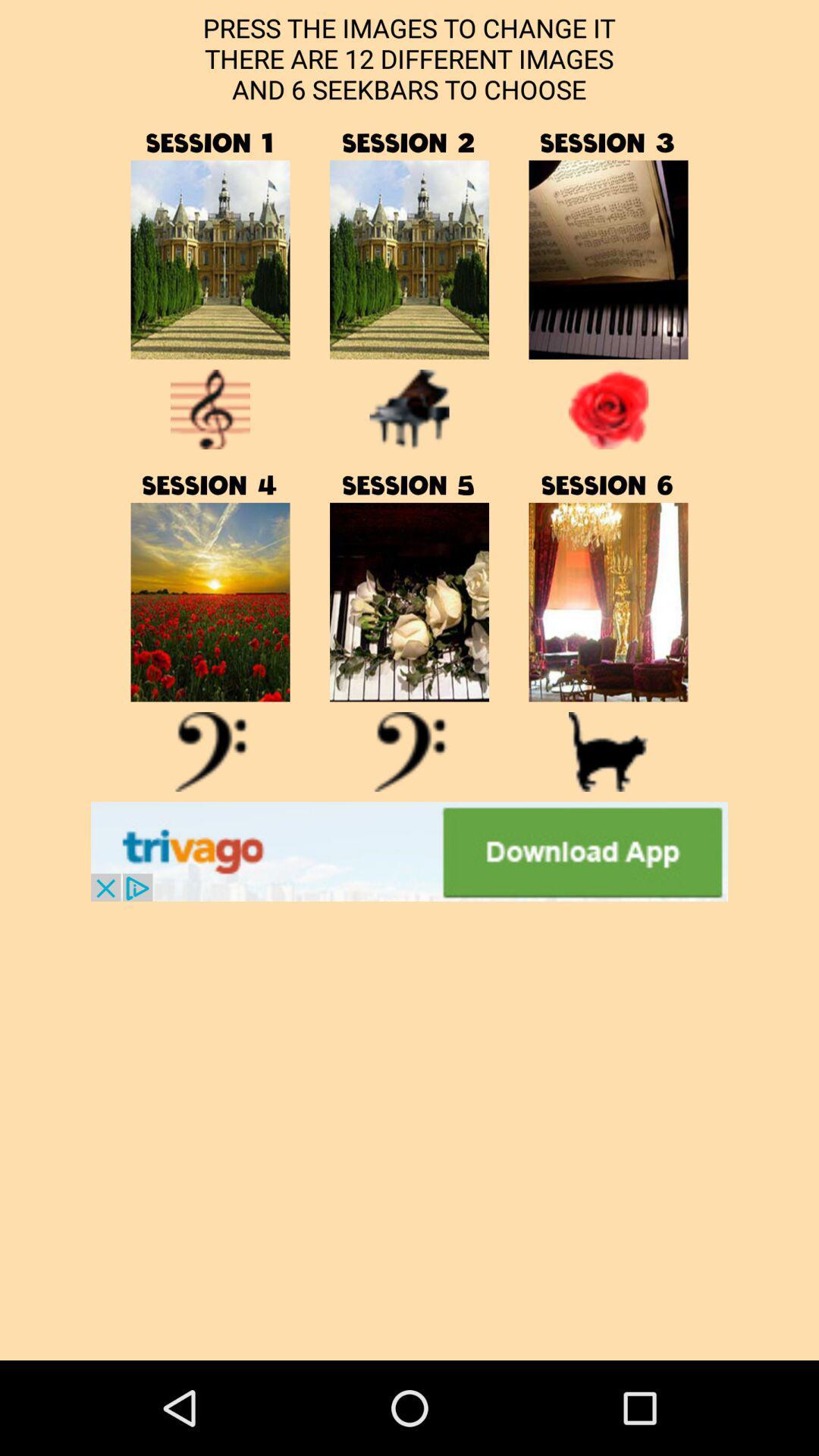  I want to click on click the option for particular process, so click(607, 259).